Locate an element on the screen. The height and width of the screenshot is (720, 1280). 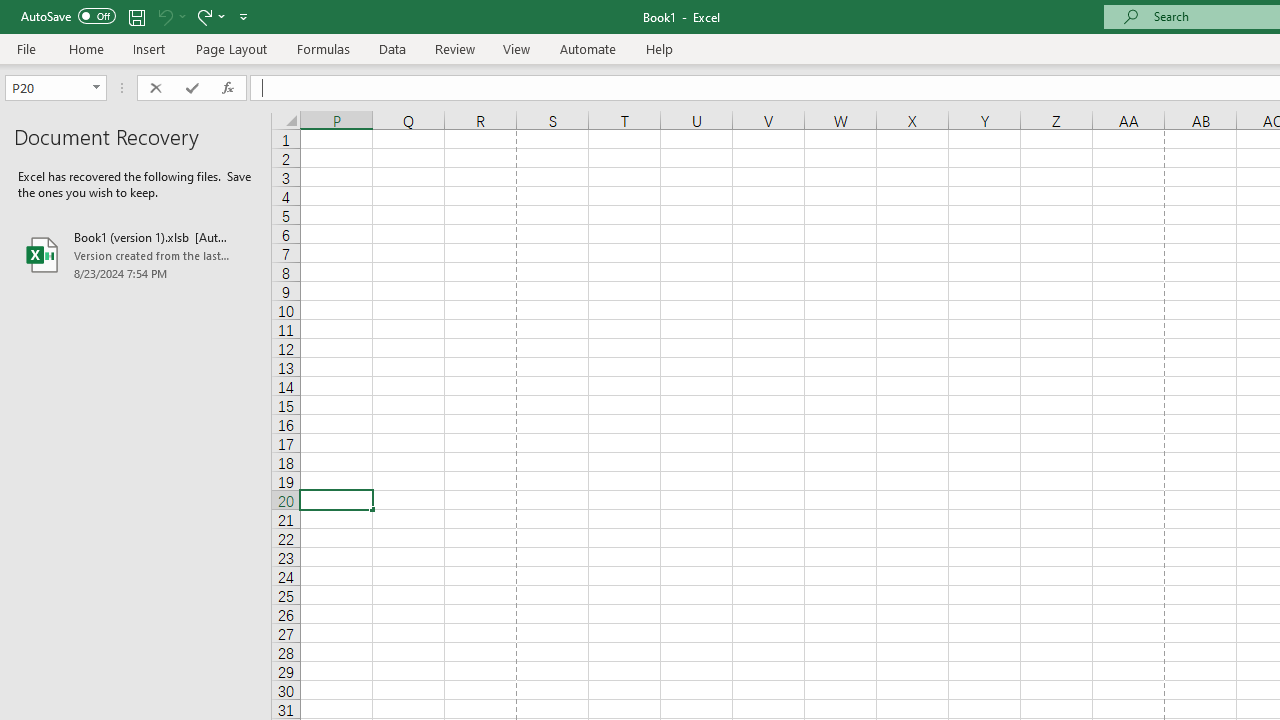
'Help' is located at coordinates (660, 48).